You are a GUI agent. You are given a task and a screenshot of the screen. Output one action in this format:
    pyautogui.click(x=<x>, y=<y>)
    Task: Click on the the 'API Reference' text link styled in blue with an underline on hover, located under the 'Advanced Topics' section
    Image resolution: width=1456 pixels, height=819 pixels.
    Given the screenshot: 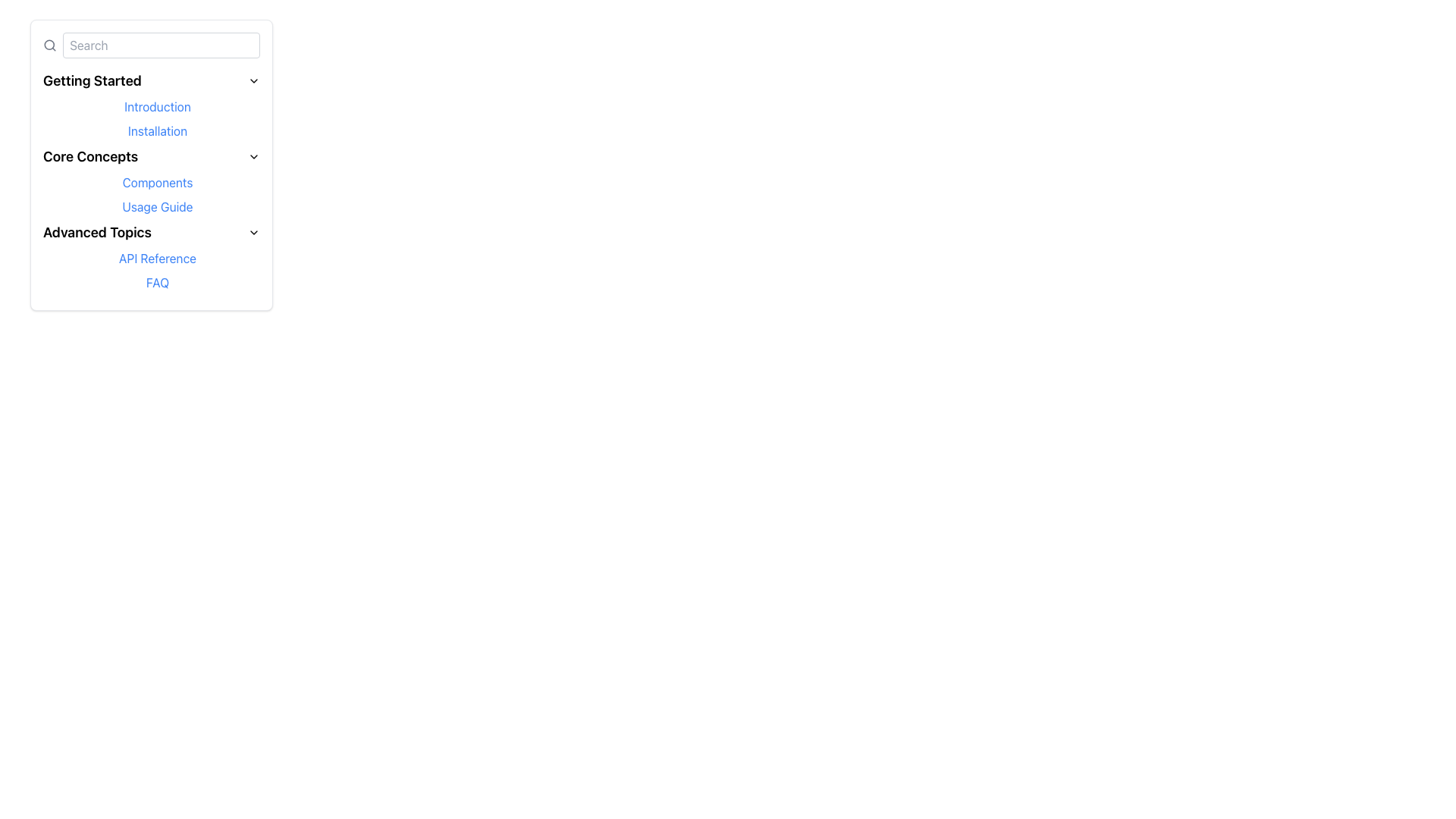 What is the action you would take?
    pyautogui.click(x=157, y=257)
    